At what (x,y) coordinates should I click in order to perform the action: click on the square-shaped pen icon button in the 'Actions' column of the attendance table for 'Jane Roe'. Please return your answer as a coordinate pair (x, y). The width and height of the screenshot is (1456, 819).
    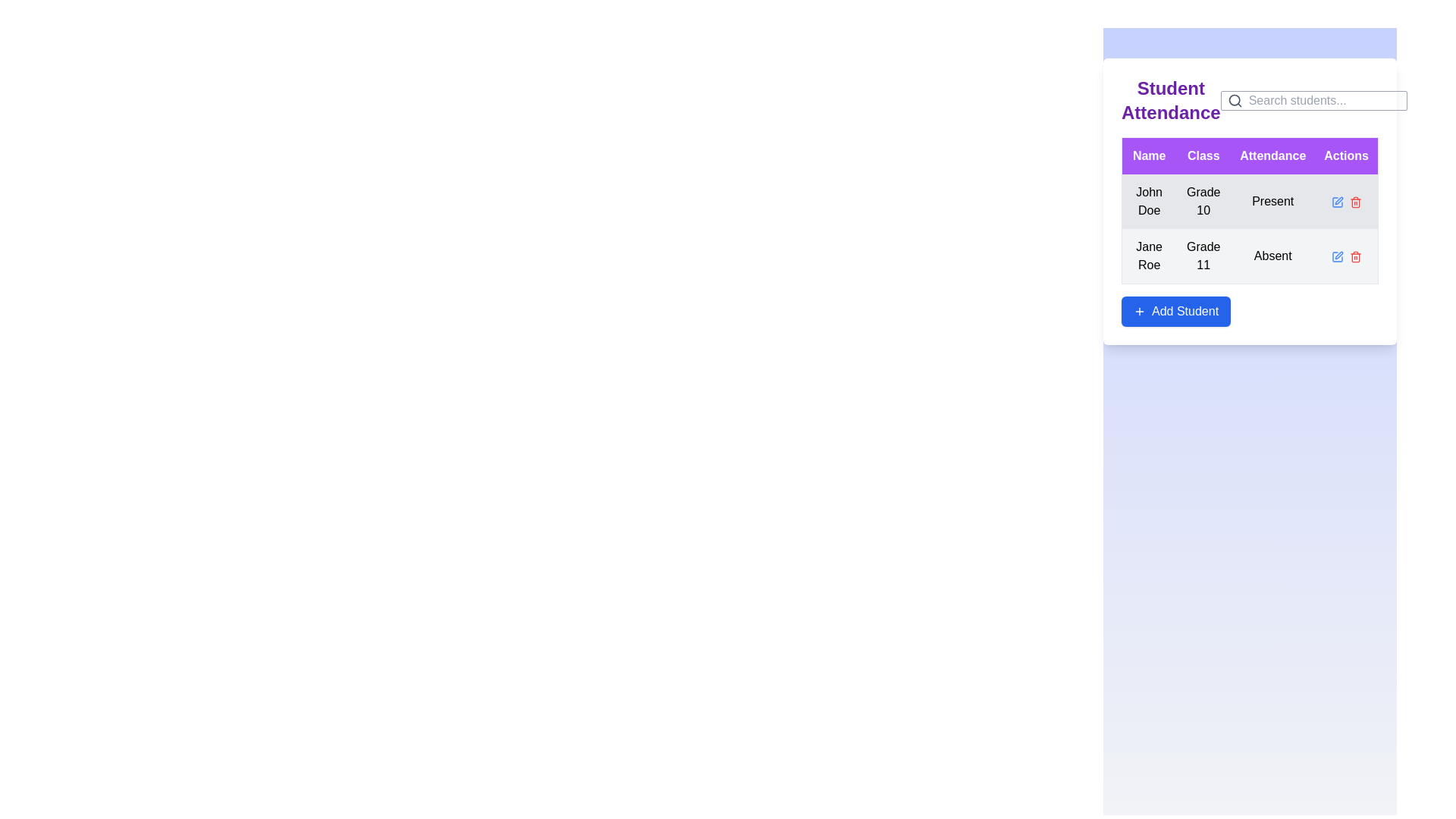
    Looking at the image, I should click on (1337, 256).